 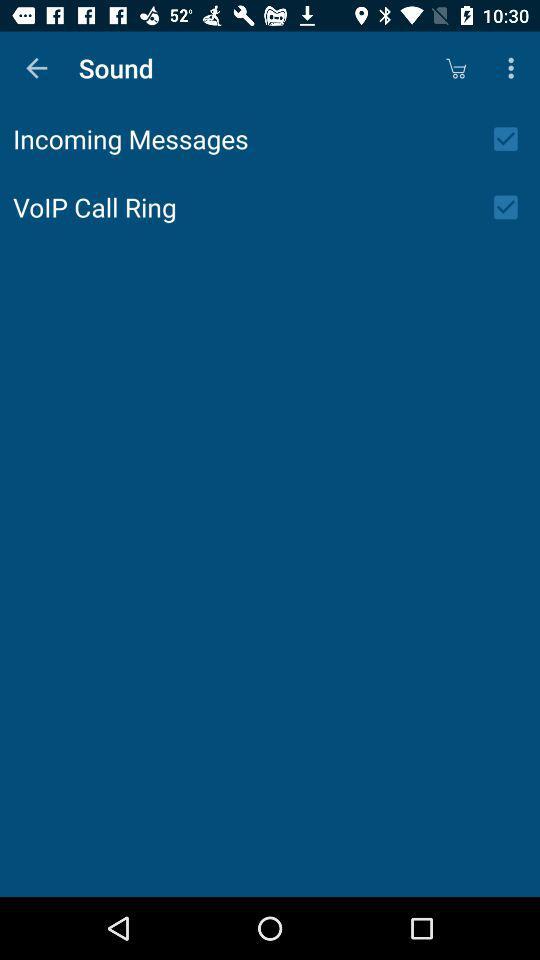 I want to click on the app to the left of the sound item, so click(x=36, y=68).